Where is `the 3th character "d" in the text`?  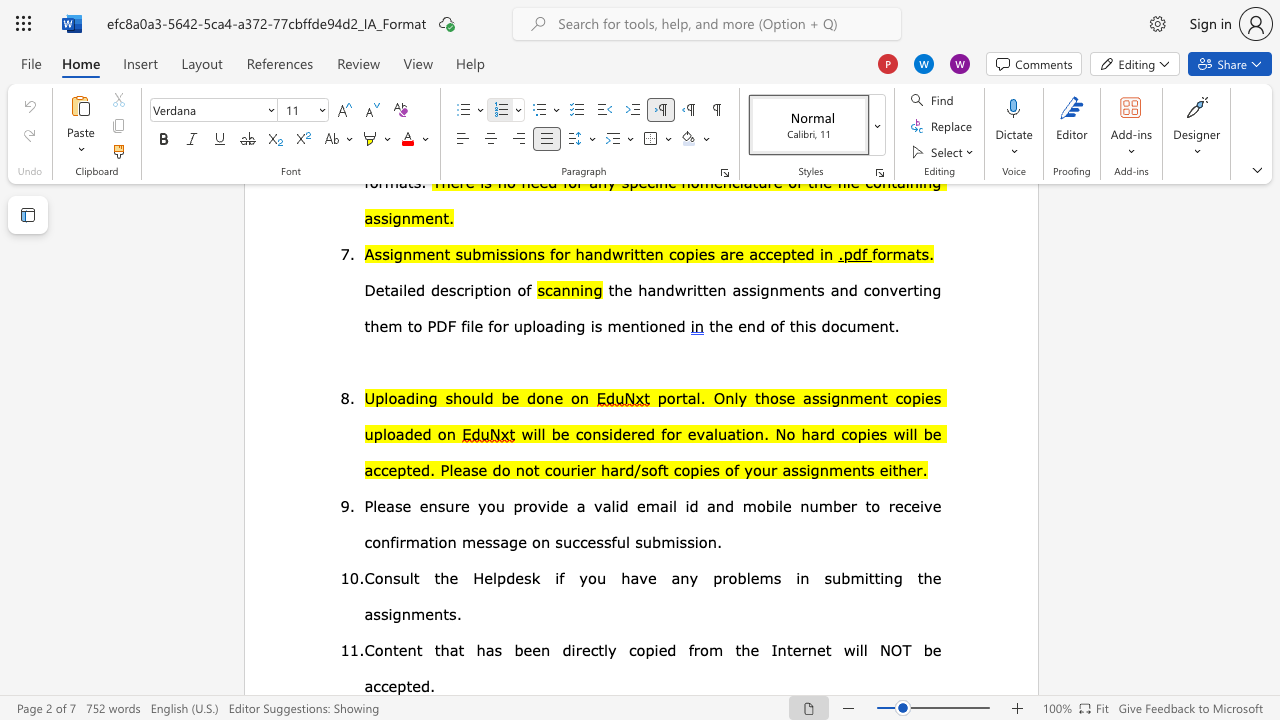 the 3th character "d" in the text is located at coordinates (424, 685).